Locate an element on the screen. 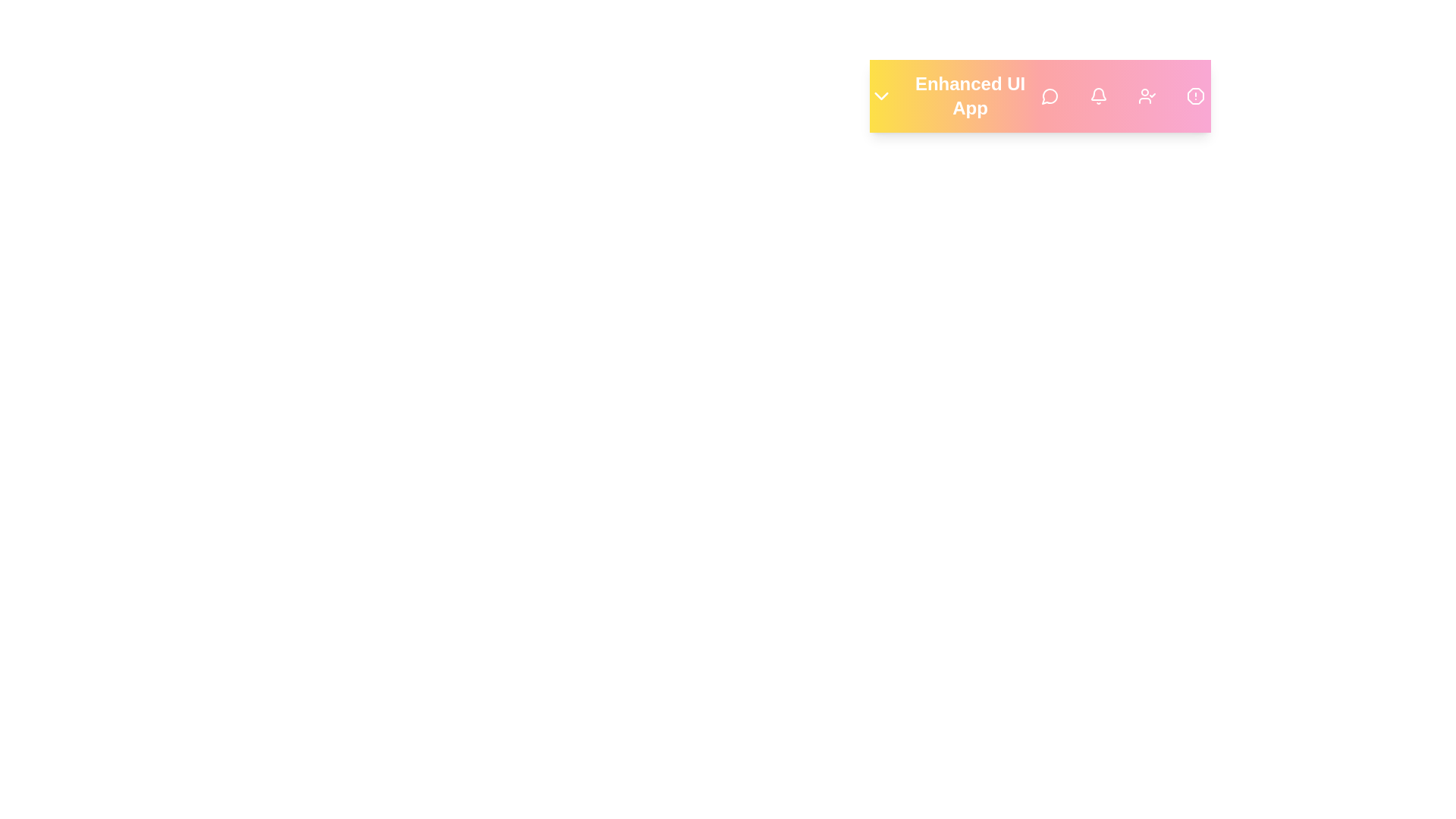 The height and width of the screenshot is (819, 1456). the dropdown menu icon to open the account settings menu is located at coordinates (880, 96).